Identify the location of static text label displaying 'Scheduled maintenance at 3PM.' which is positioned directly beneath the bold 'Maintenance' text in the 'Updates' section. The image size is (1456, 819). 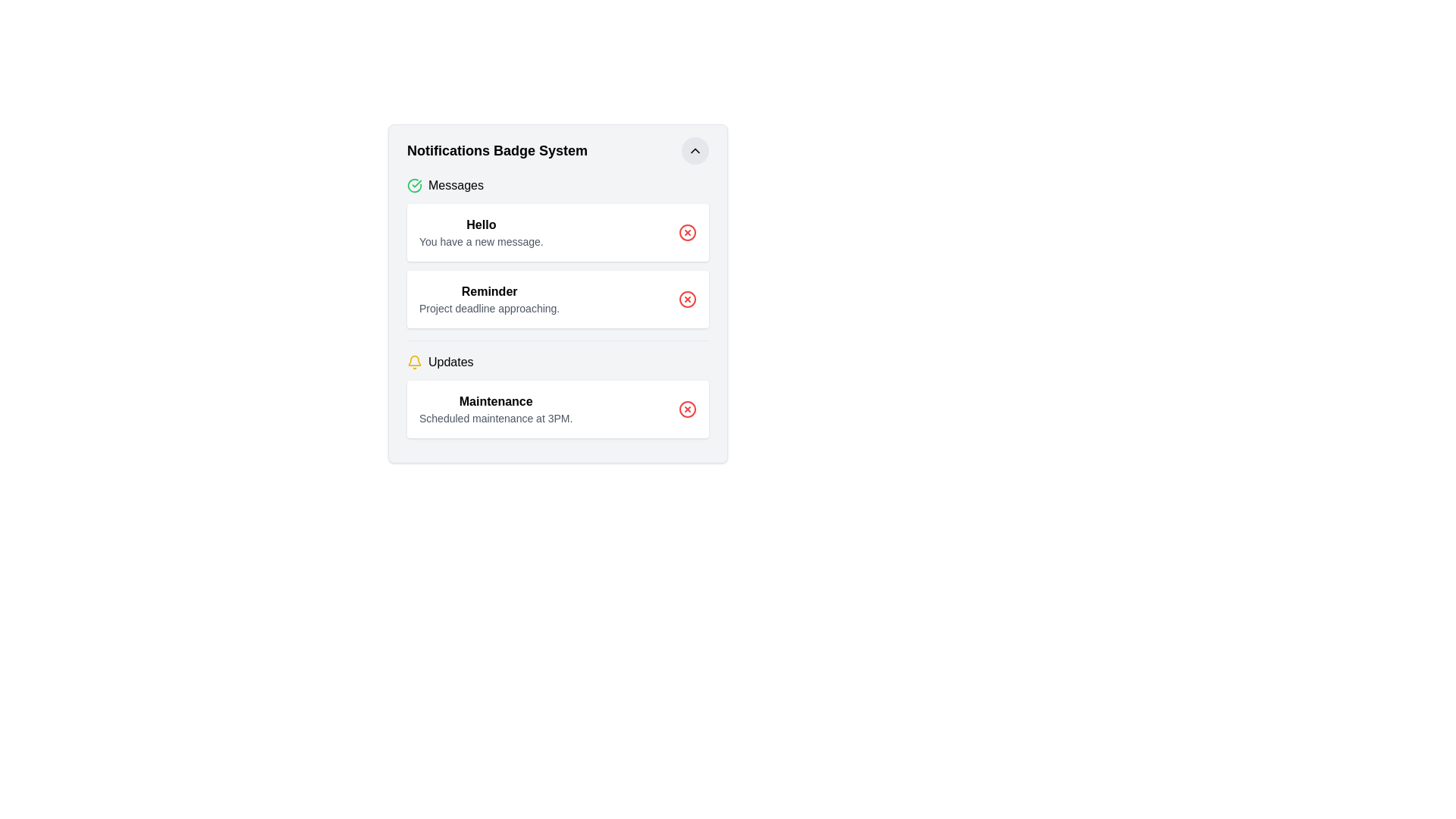
(496, 418).